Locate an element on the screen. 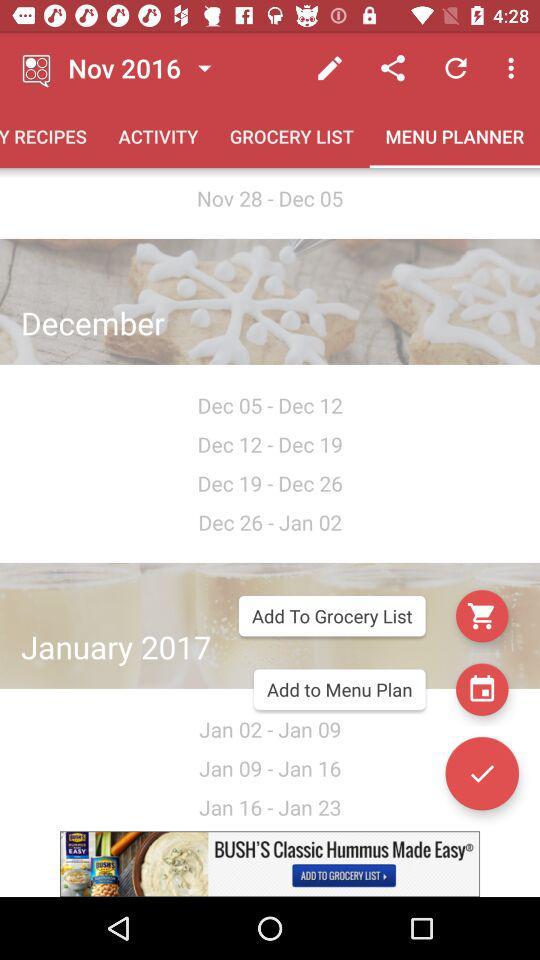  the date_range icon is located at coordinates (481, 689).